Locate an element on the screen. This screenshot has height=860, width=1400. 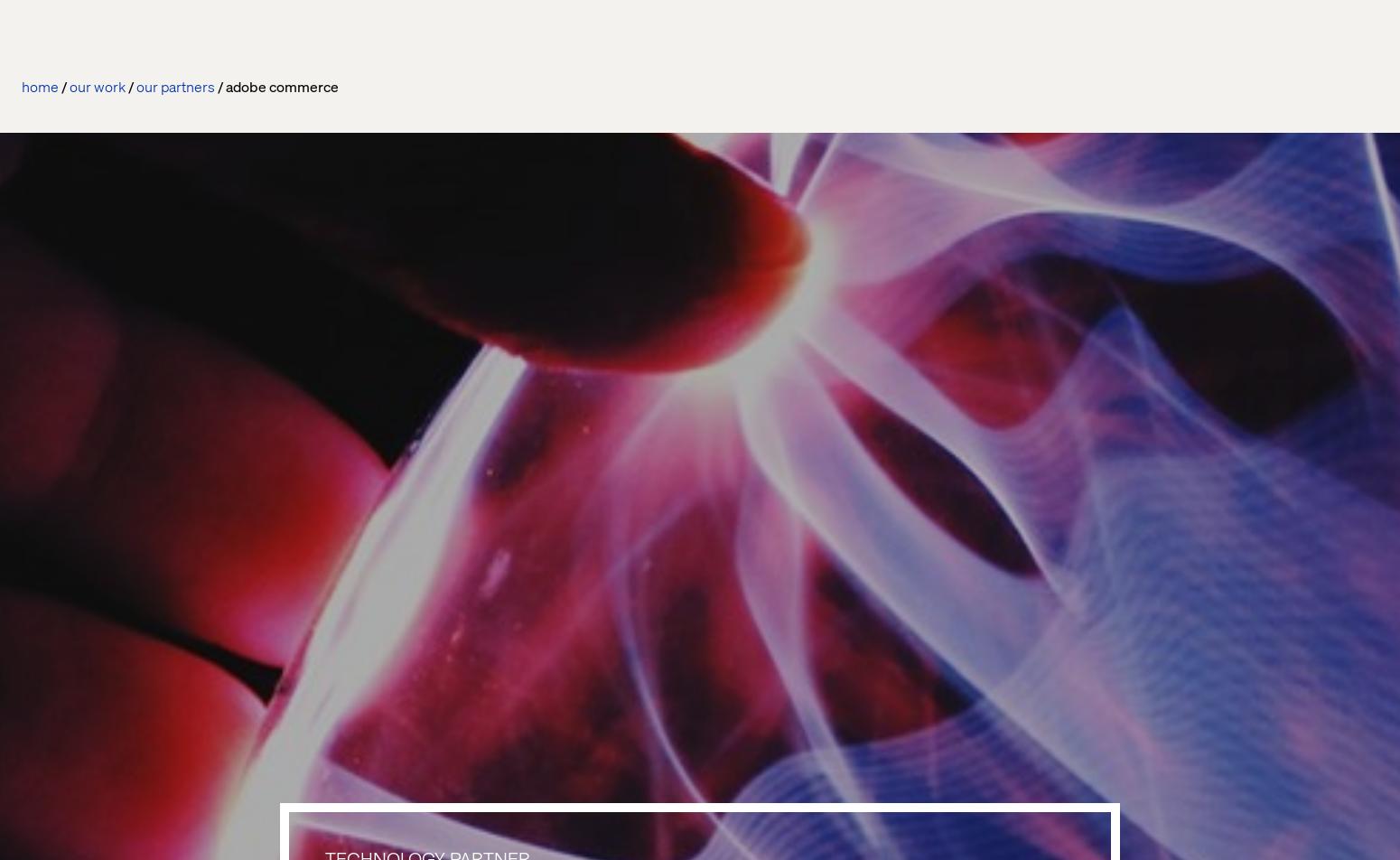
'Recent Cases & Insights' is located at coordinates (259, 383).